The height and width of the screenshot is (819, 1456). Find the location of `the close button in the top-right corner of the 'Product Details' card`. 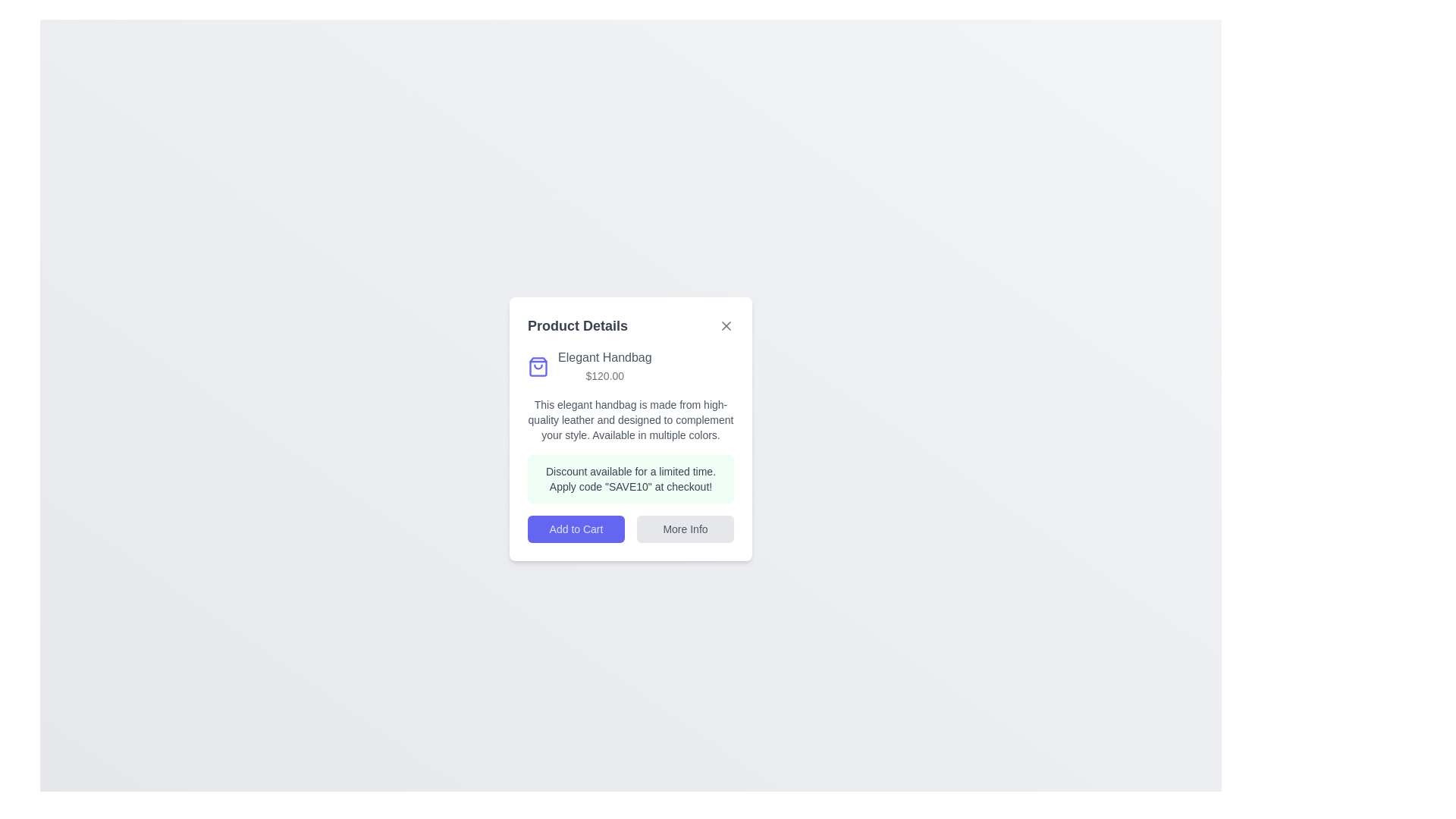

the close button in the top-right corner of the 'Product Details' card is located at coordinates (726, 325).